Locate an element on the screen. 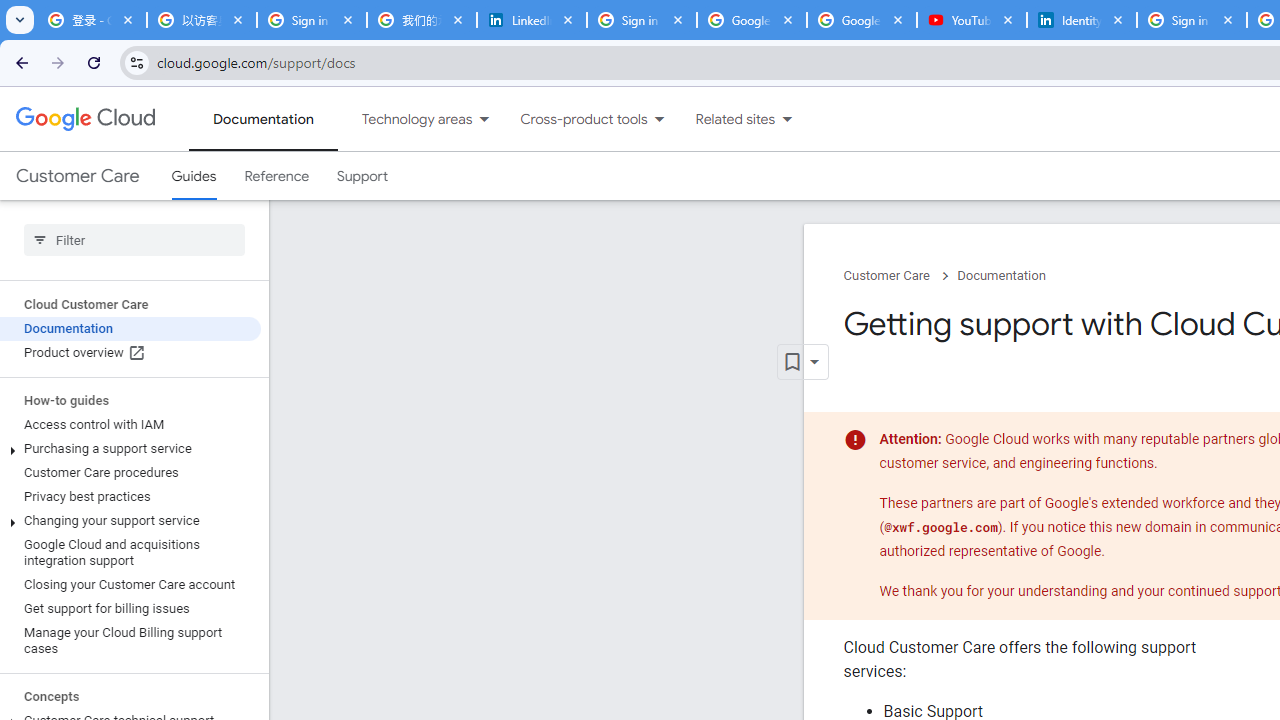 This screenshot has height=720, width=1280. 'Changing your support service' is located at coordinates (129, 519).